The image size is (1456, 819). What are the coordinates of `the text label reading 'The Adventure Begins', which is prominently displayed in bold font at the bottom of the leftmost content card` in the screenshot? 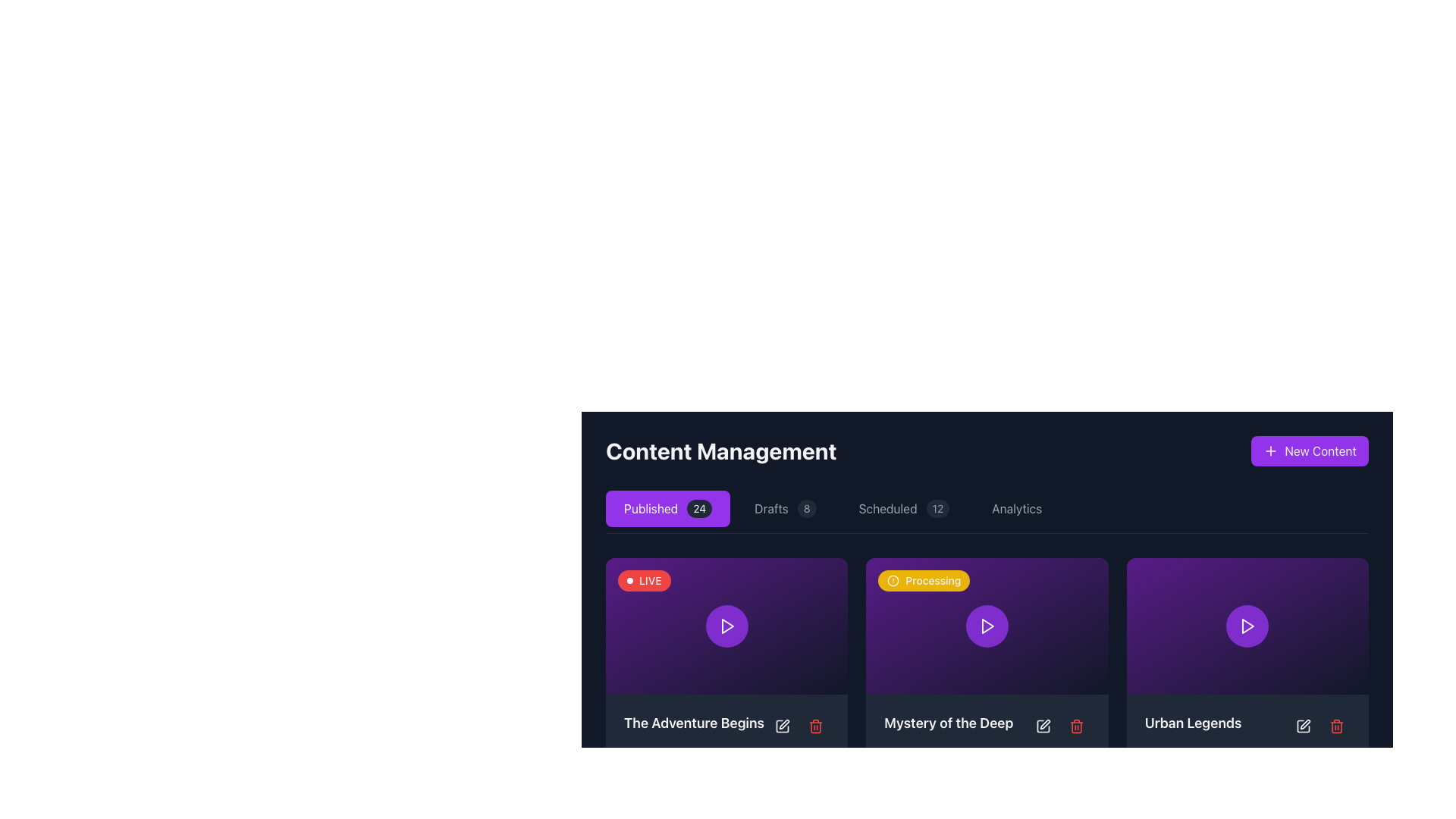 It's located at (693, 722).